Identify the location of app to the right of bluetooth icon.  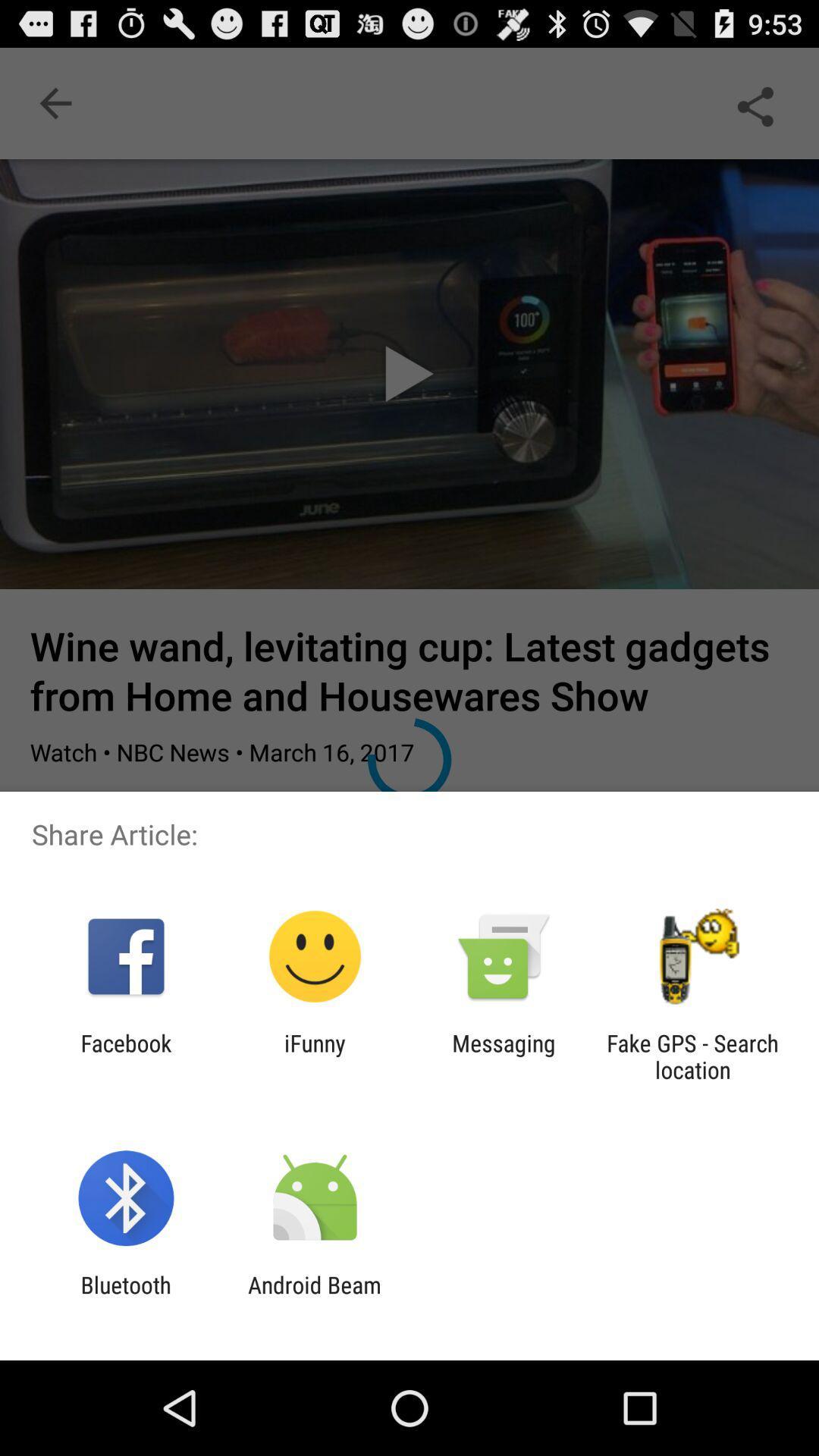
(314, 1298).